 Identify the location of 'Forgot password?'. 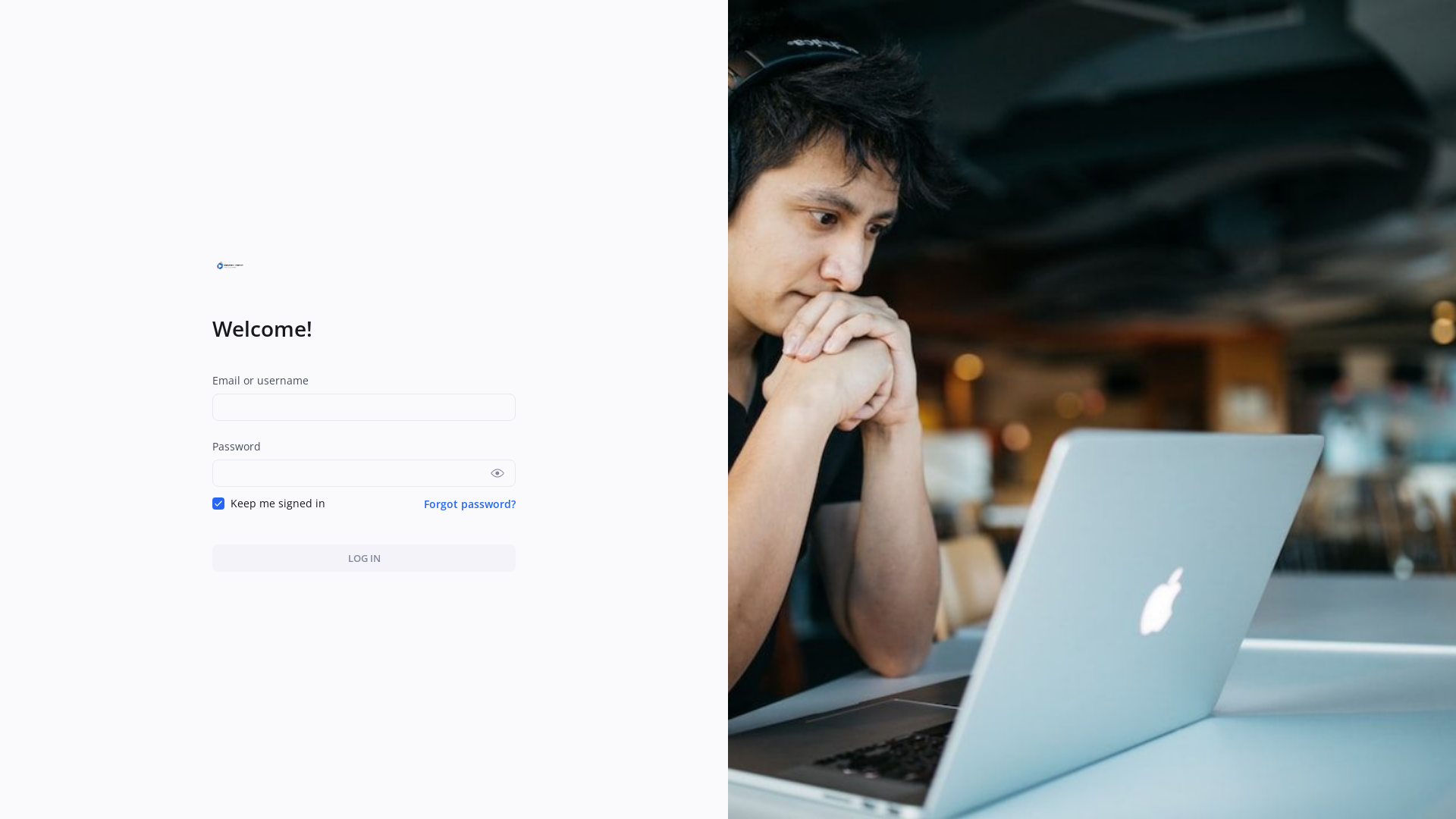
(423, 503).